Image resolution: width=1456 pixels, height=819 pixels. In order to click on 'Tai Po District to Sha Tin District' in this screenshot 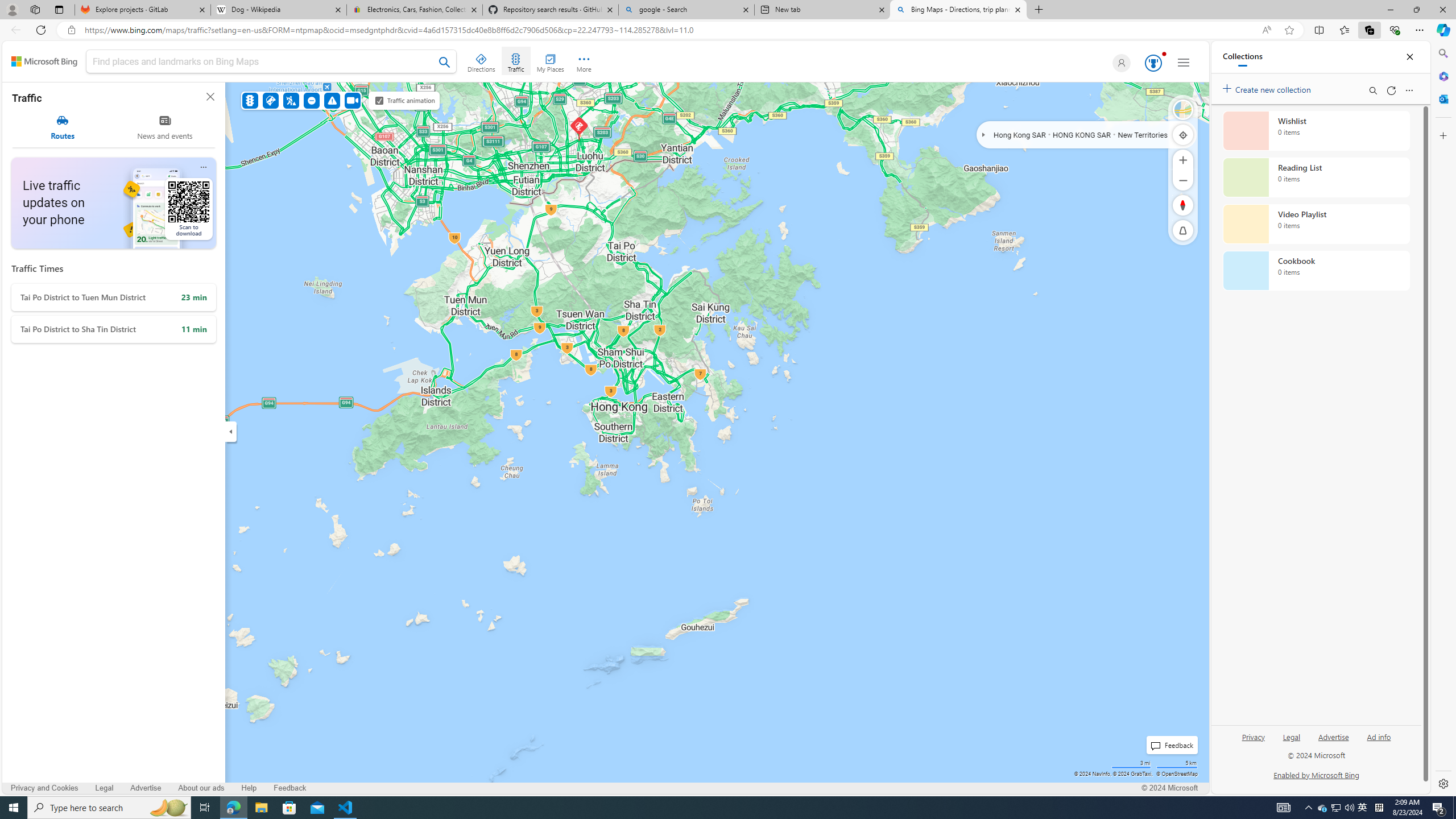, I will do `click(113, 329)`.